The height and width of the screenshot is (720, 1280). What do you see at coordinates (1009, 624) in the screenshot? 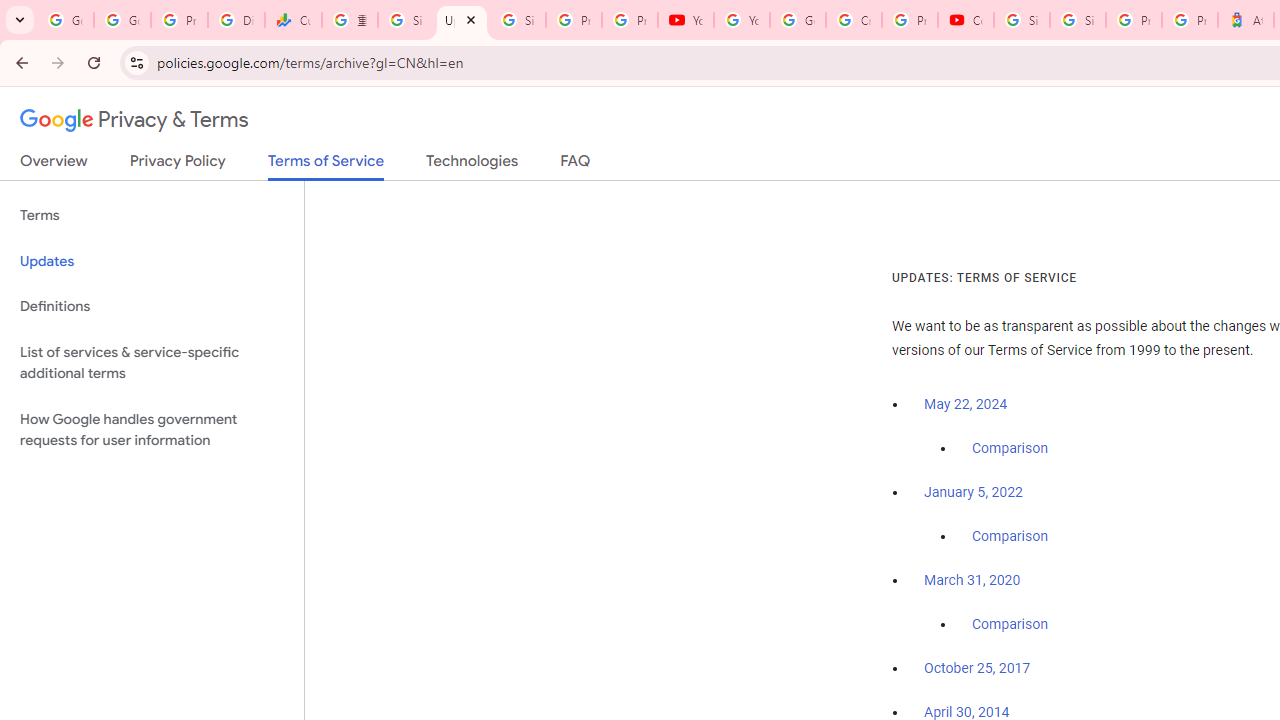
I see `'Comparison'` at bounding box center [1009, 624].